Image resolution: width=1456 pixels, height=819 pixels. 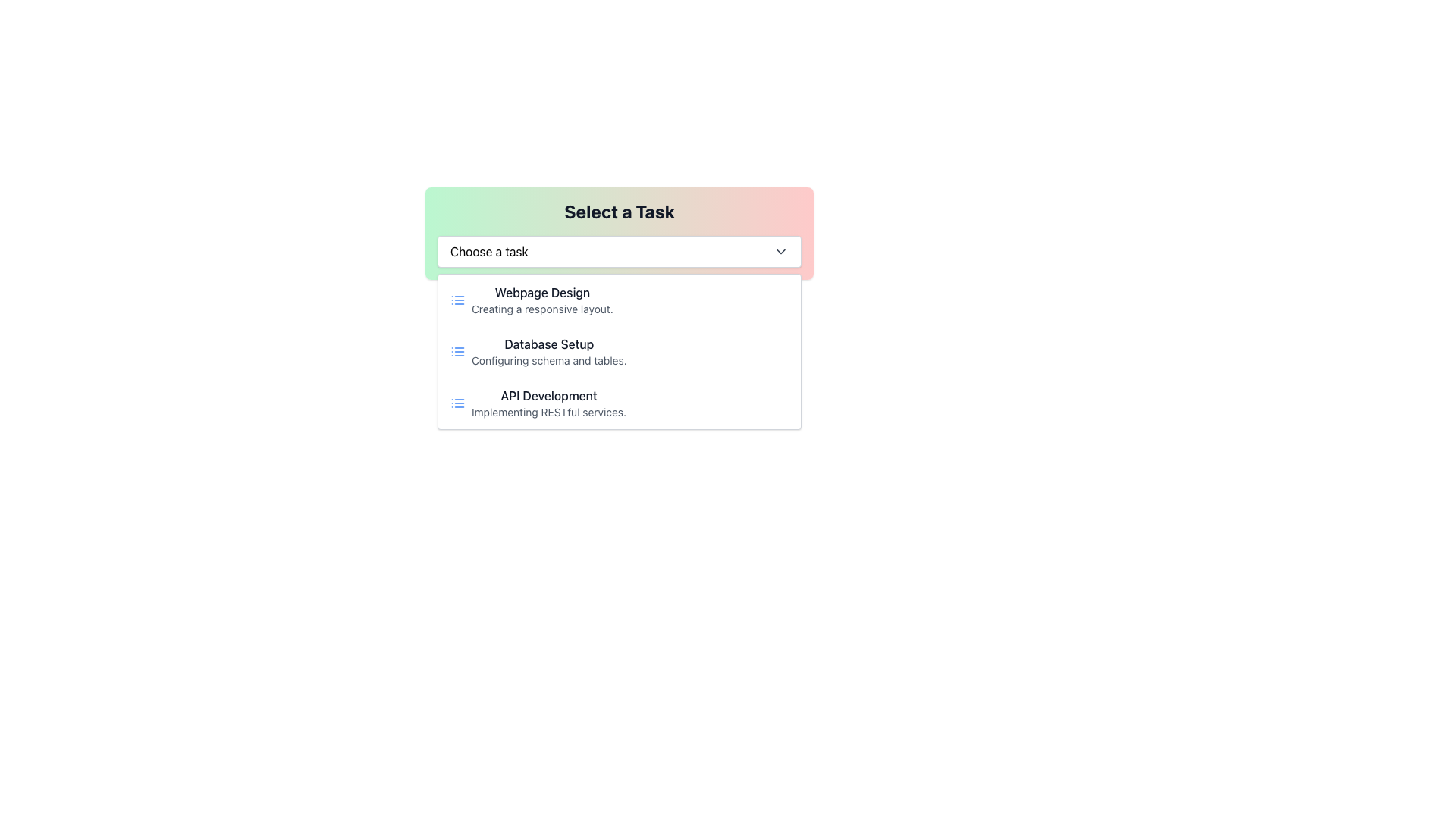 I want to click on the third item in the dropdown menu labeled 'Select a Task', so click(x=548, y=403).